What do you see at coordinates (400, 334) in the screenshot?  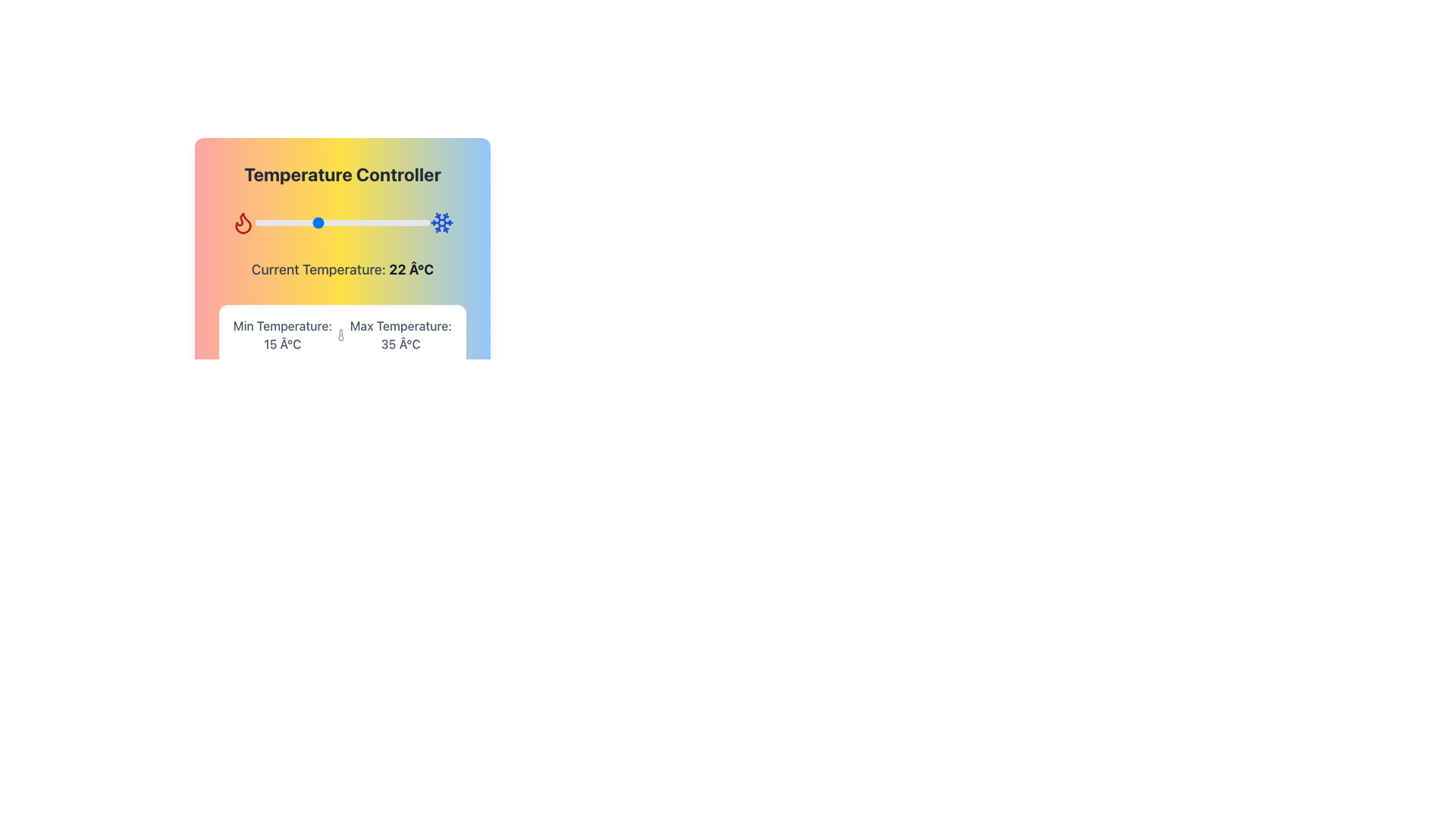 I see `the static text displaying 'Max Temperature: 35 Â°C', which is located on the right side of a white box containing temperature details` at bounding box center [400, 334].